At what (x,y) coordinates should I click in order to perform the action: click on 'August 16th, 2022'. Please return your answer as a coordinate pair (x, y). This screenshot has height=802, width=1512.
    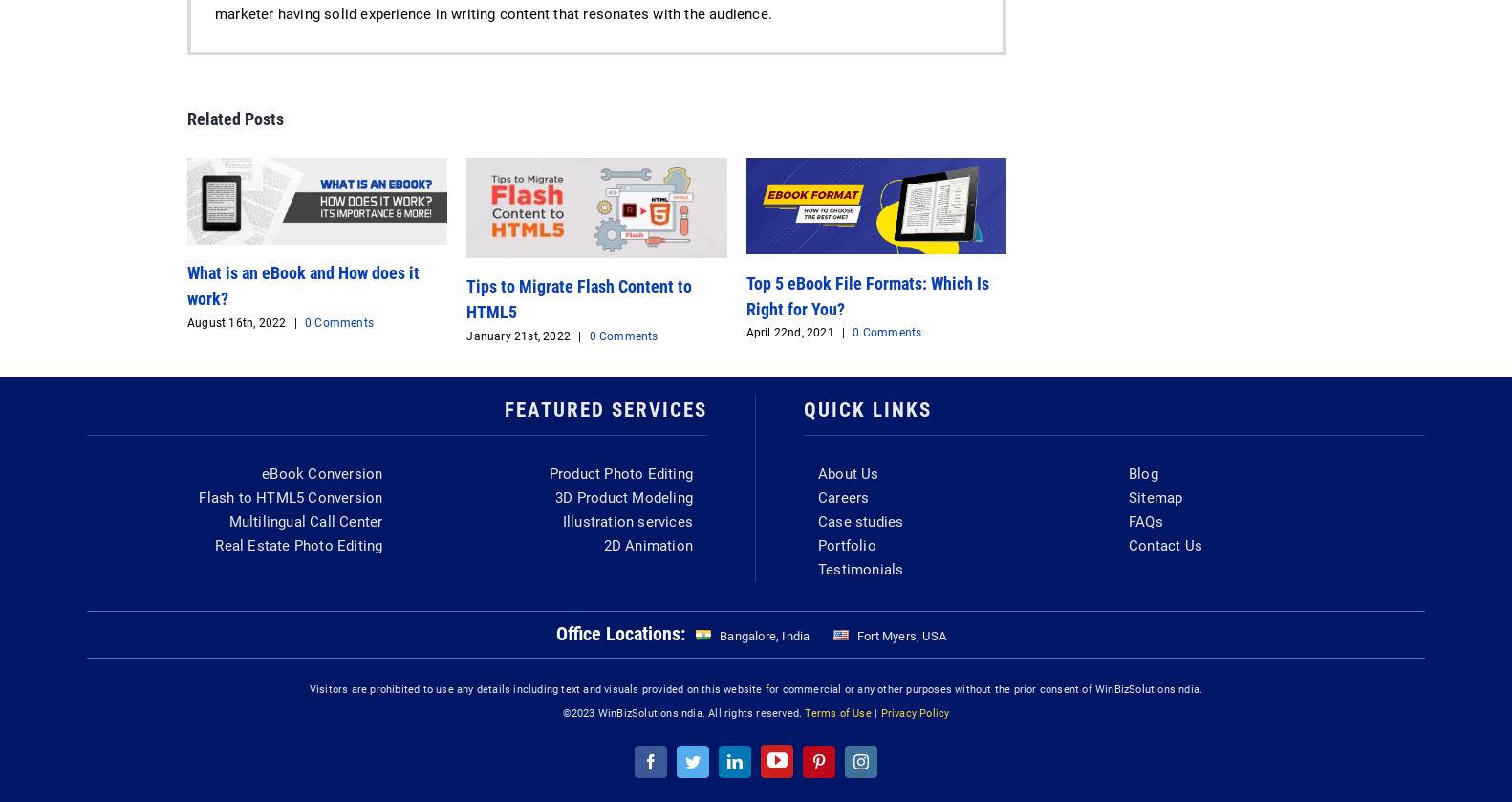
    Looking at the image, I should click on (235, 322).